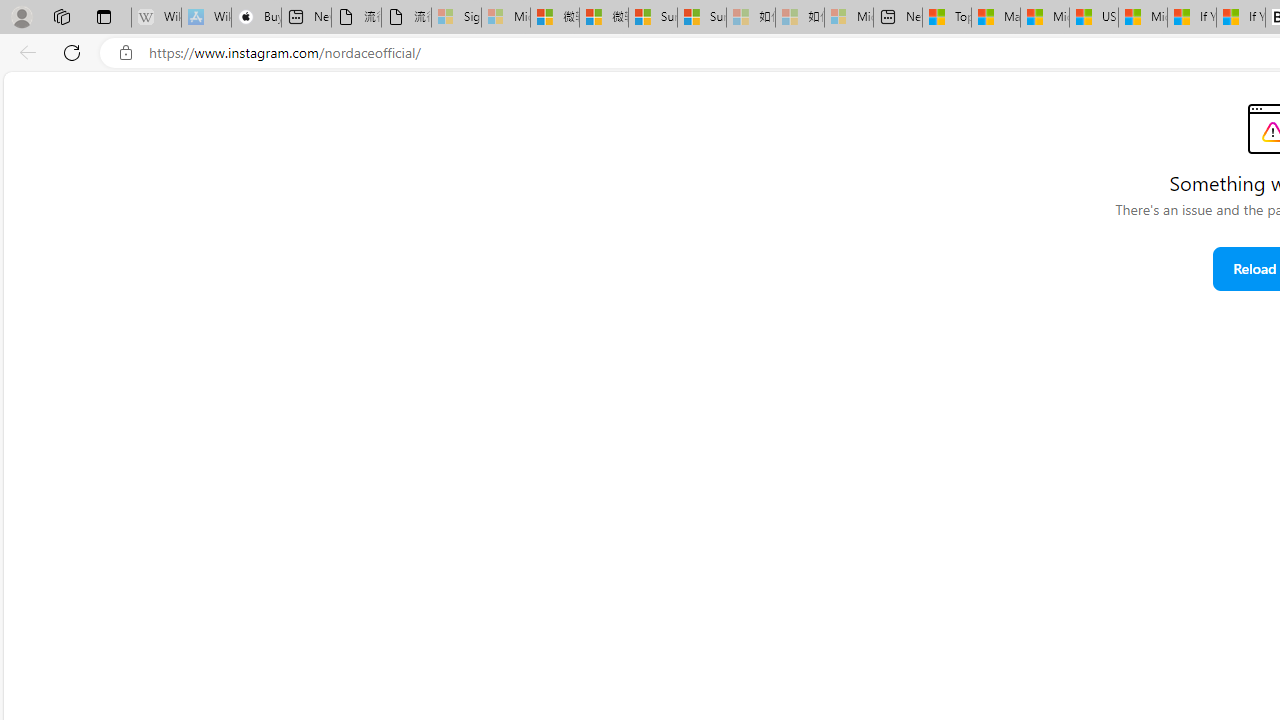 Image resolution: width=1280 pixels, height=720 pixels. What do you see at coordinates (455, 17) in the screenshot?
I see `'Sign in to your Microsoft account - Sleeping'` at bounding box center [455, 17].